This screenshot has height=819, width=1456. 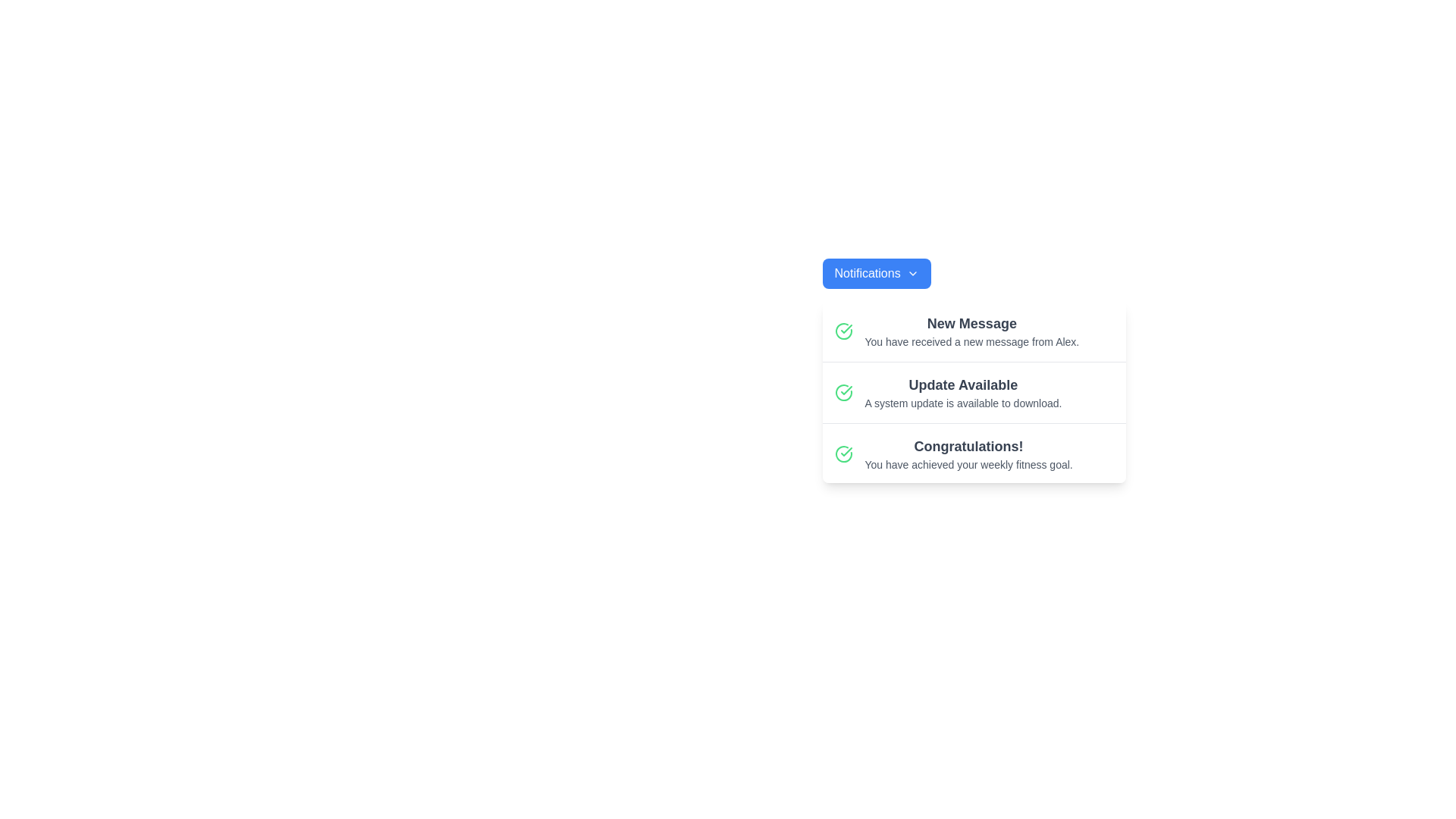 What do you see at coordinates (962, 384) in the screenshot?
I see `text 'Update Available' from the first line of the second notification card in the 'Notifications' dropdown` at bounding box center [962, 384].